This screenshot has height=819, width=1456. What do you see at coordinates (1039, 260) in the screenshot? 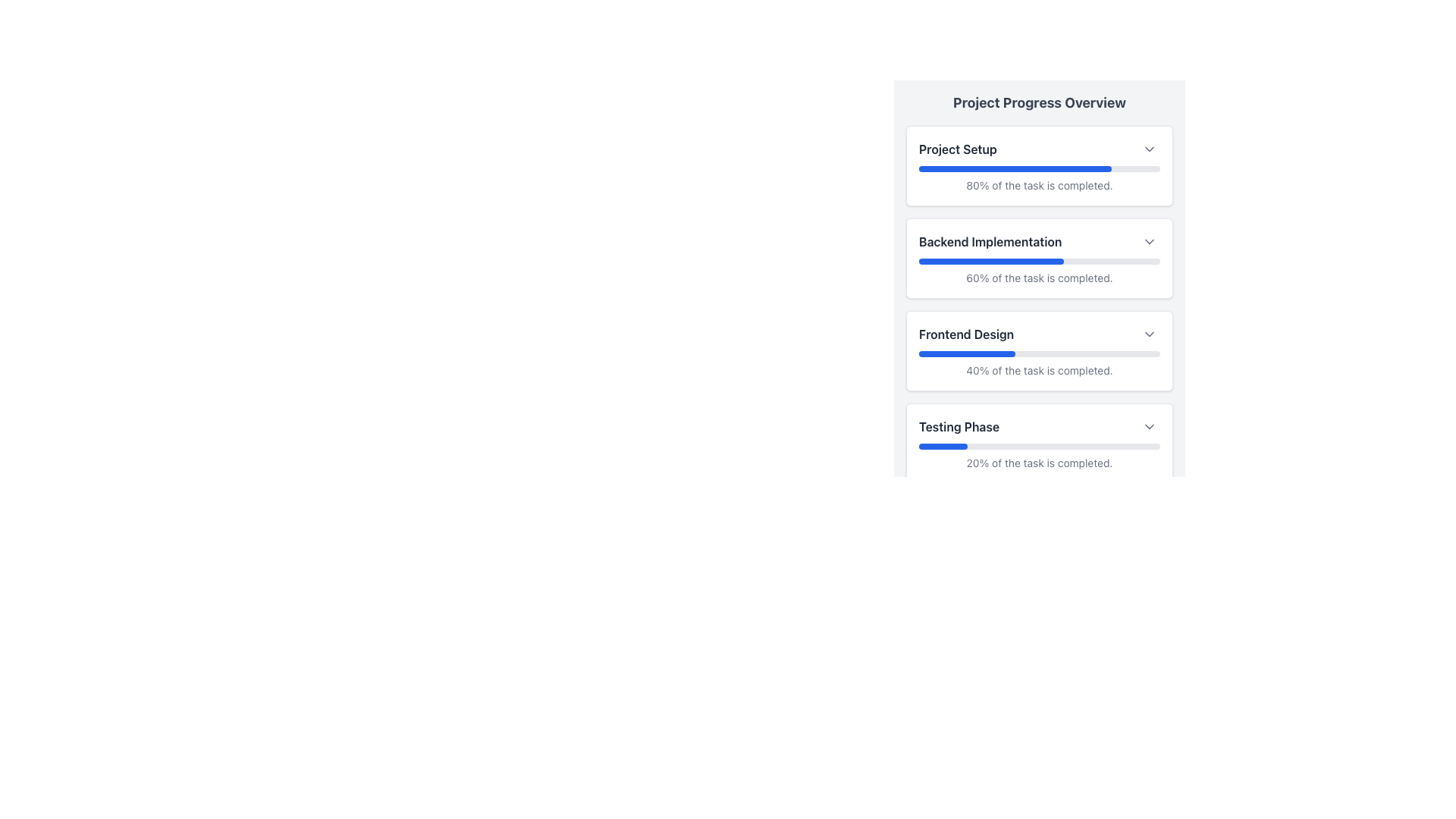
I see `the Progress Bar indicating 60% completion within the 'Backend Implementation' card, located in the second position of the vertically stacked list of cards` at bounding box center [1039, 260].